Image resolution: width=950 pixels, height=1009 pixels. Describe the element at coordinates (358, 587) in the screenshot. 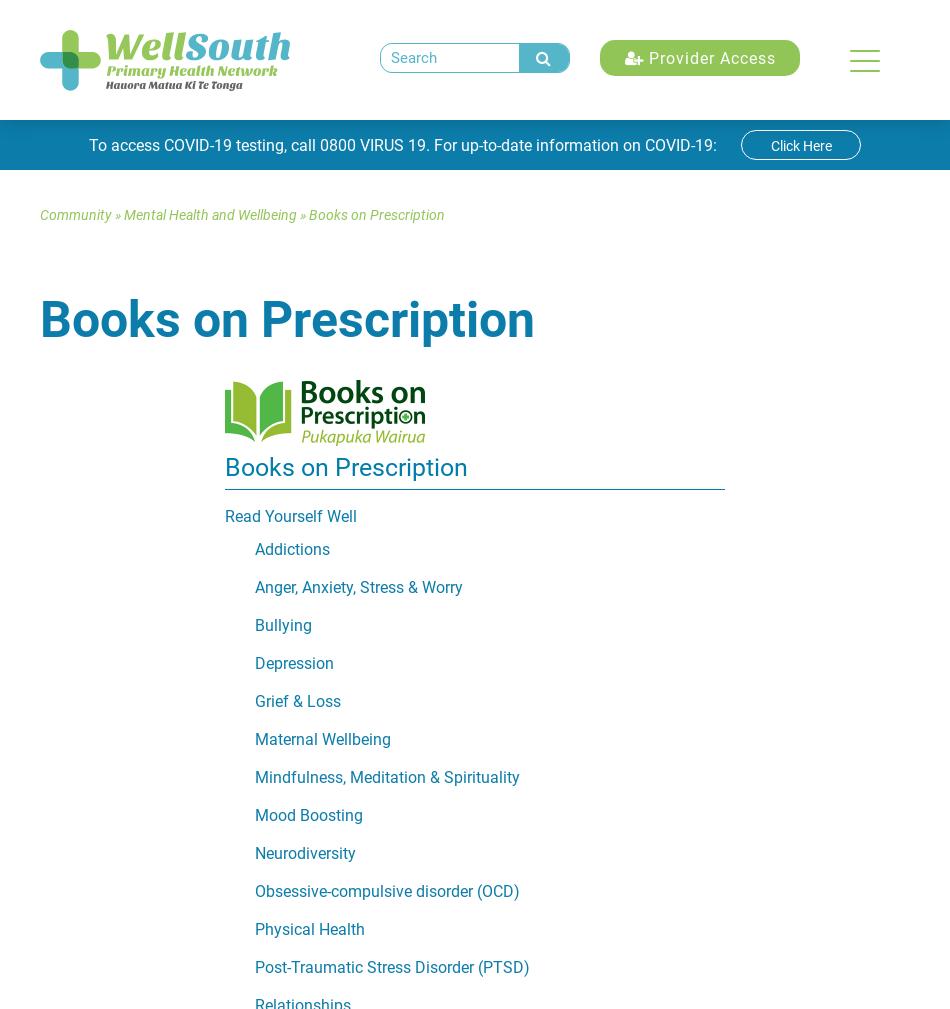

I see `'Anger, Anxiety, Stress & Worry'` at that location.